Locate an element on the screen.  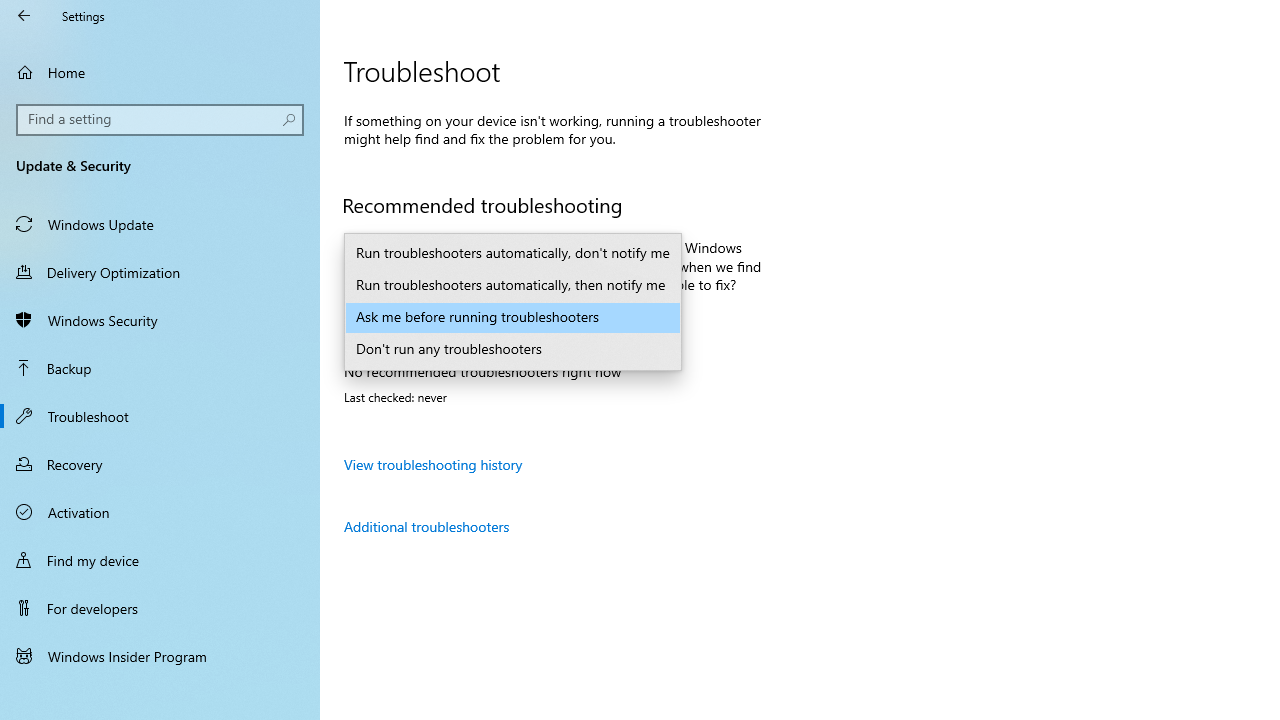
'Run troubleshooters automatically, then notify me' is located at coordinates (513, 285).